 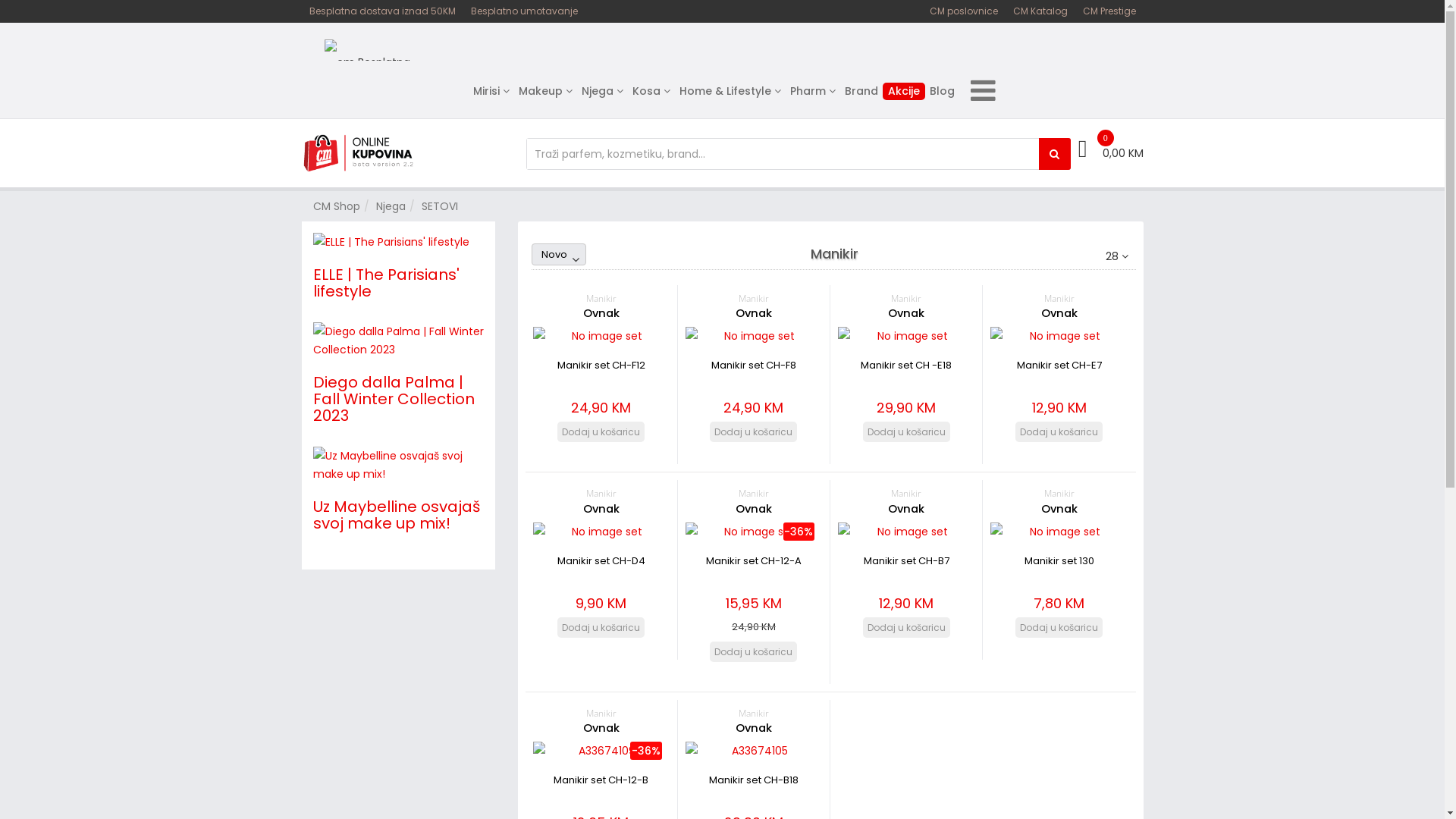 I want to click on 'CM Shop', so click(x=312, y=206).